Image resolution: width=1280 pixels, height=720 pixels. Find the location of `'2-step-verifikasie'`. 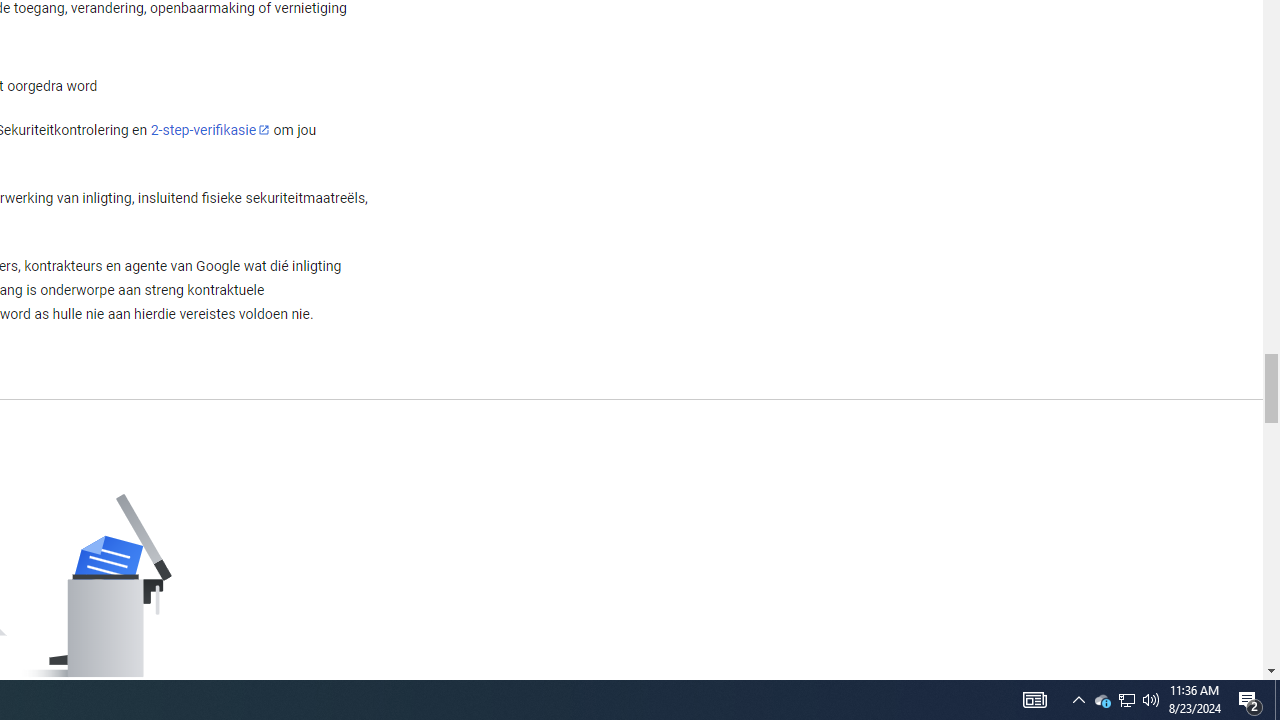

'2-step-verifikasie' is located at coordinates (210, 129).